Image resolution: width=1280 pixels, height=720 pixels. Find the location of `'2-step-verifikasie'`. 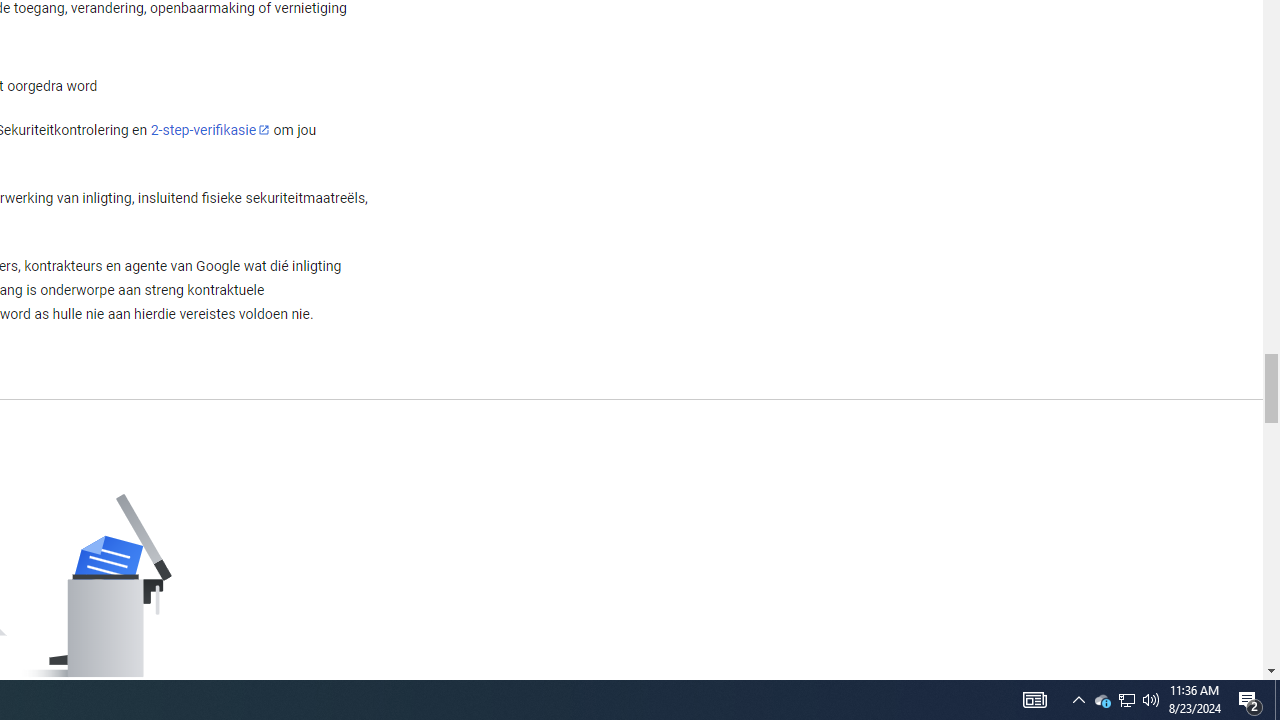

'2-step-verifikasie' is located at coordinates (210, 129).